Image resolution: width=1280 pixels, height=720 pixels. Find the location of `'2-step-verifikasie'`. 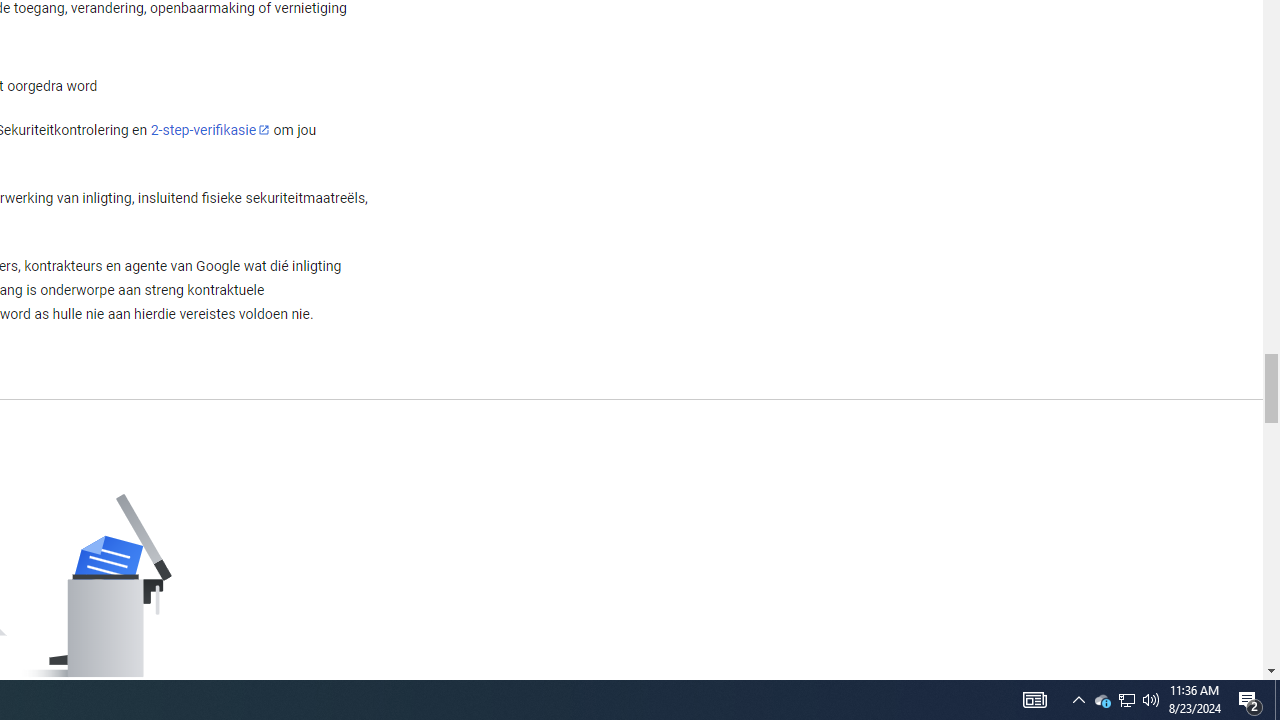

'2-step-verifikasie' is located at coordinates (210, 129).